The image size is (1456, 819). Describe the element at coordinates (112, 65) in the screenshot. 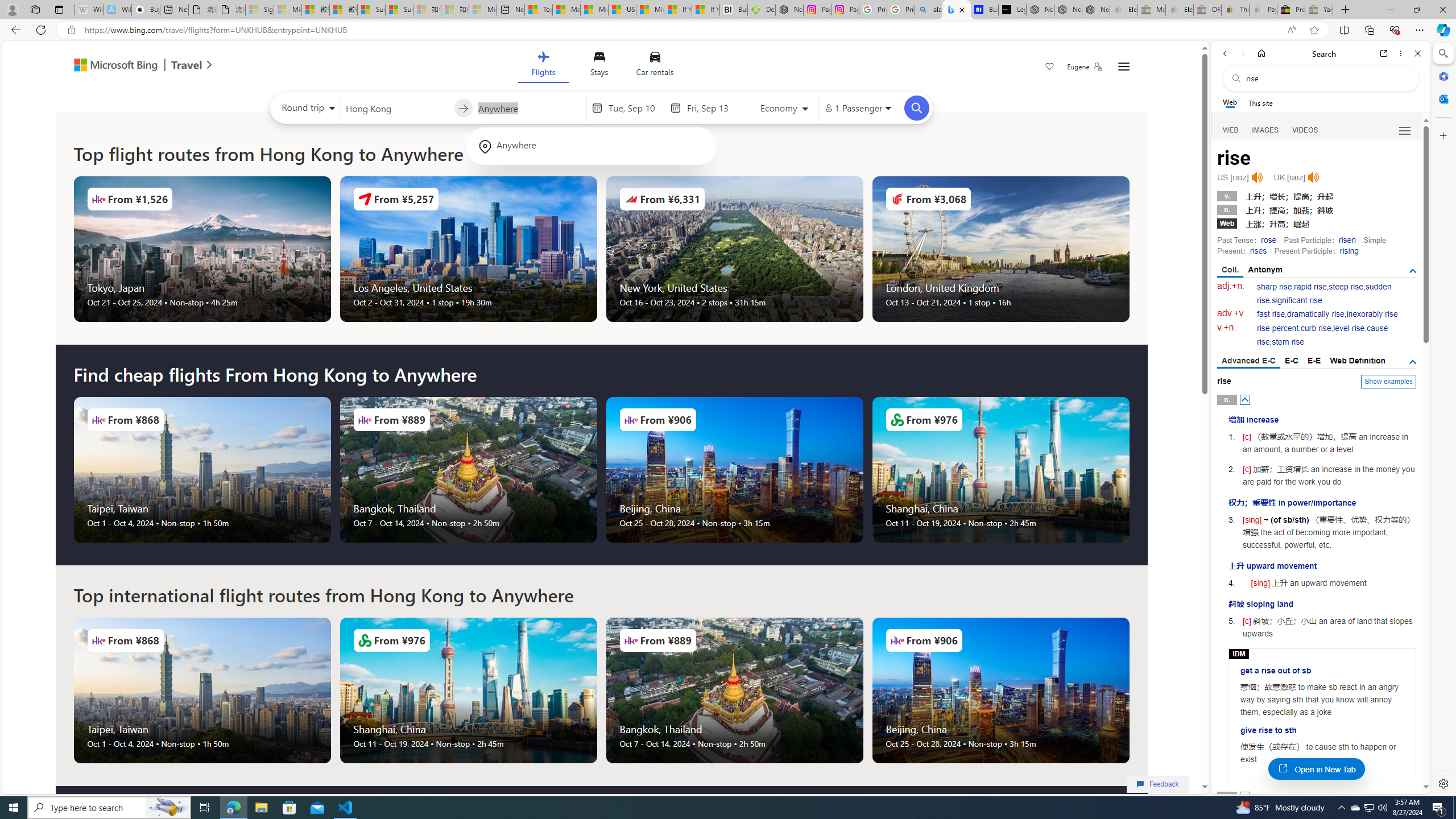

I see `'Class: msft-bing-logo msft-bing-logo-desktop'` at that location.